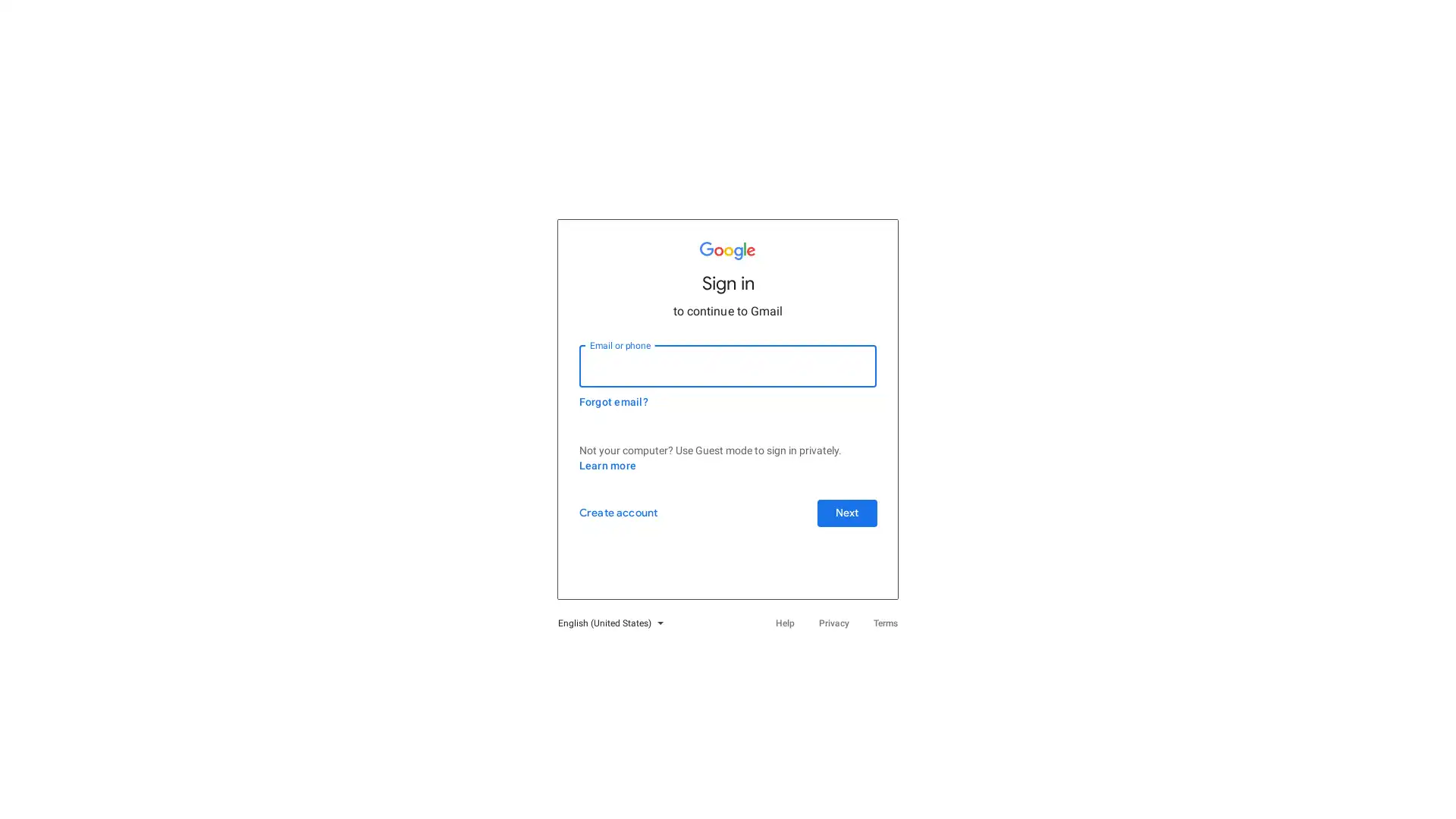 This screenshot has width=1456, height=819. I want to click on Forgot email?, so click(623, 415).